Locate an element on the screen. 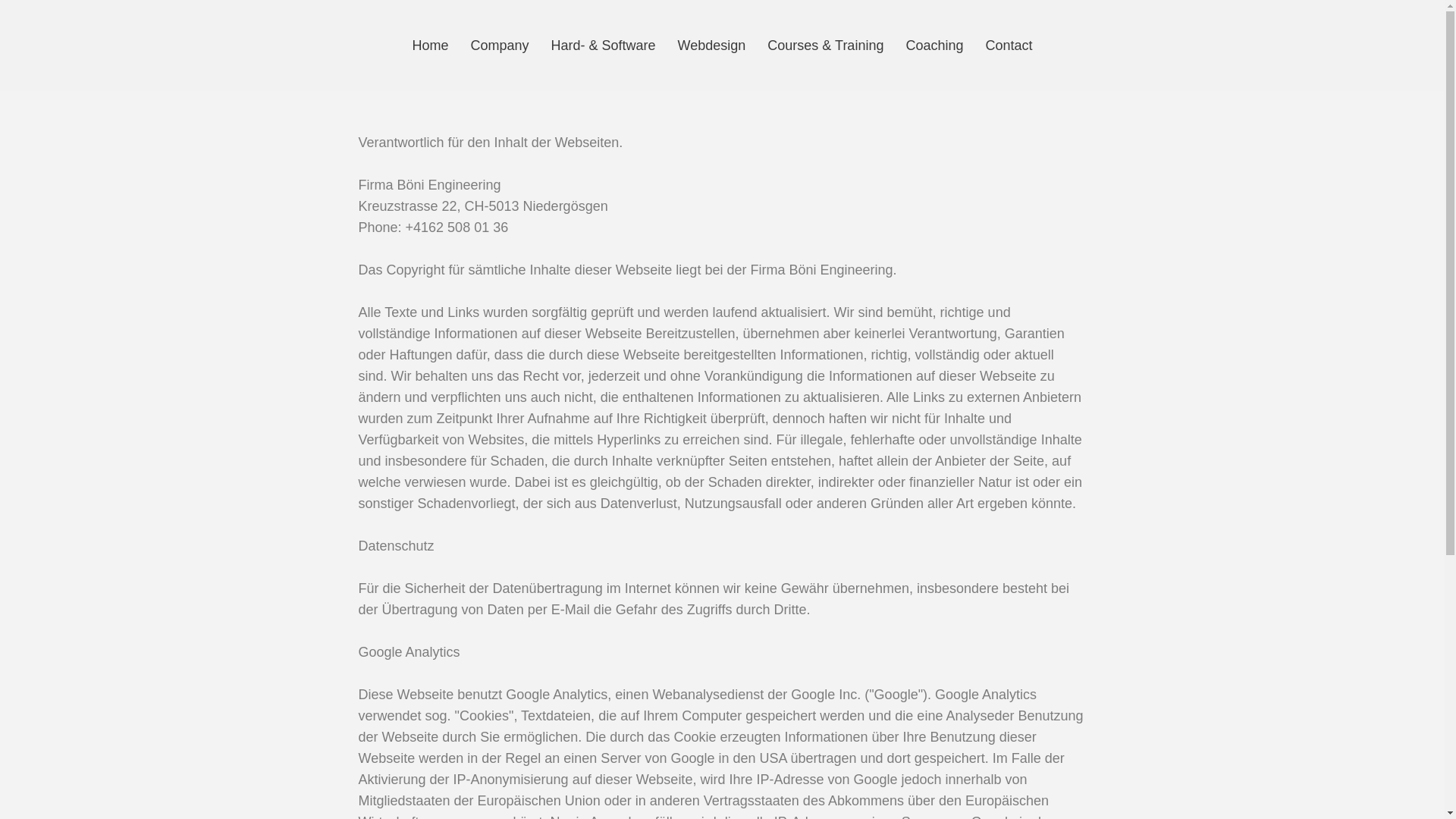  'Webdesign' is located at coordinates (668, 45).